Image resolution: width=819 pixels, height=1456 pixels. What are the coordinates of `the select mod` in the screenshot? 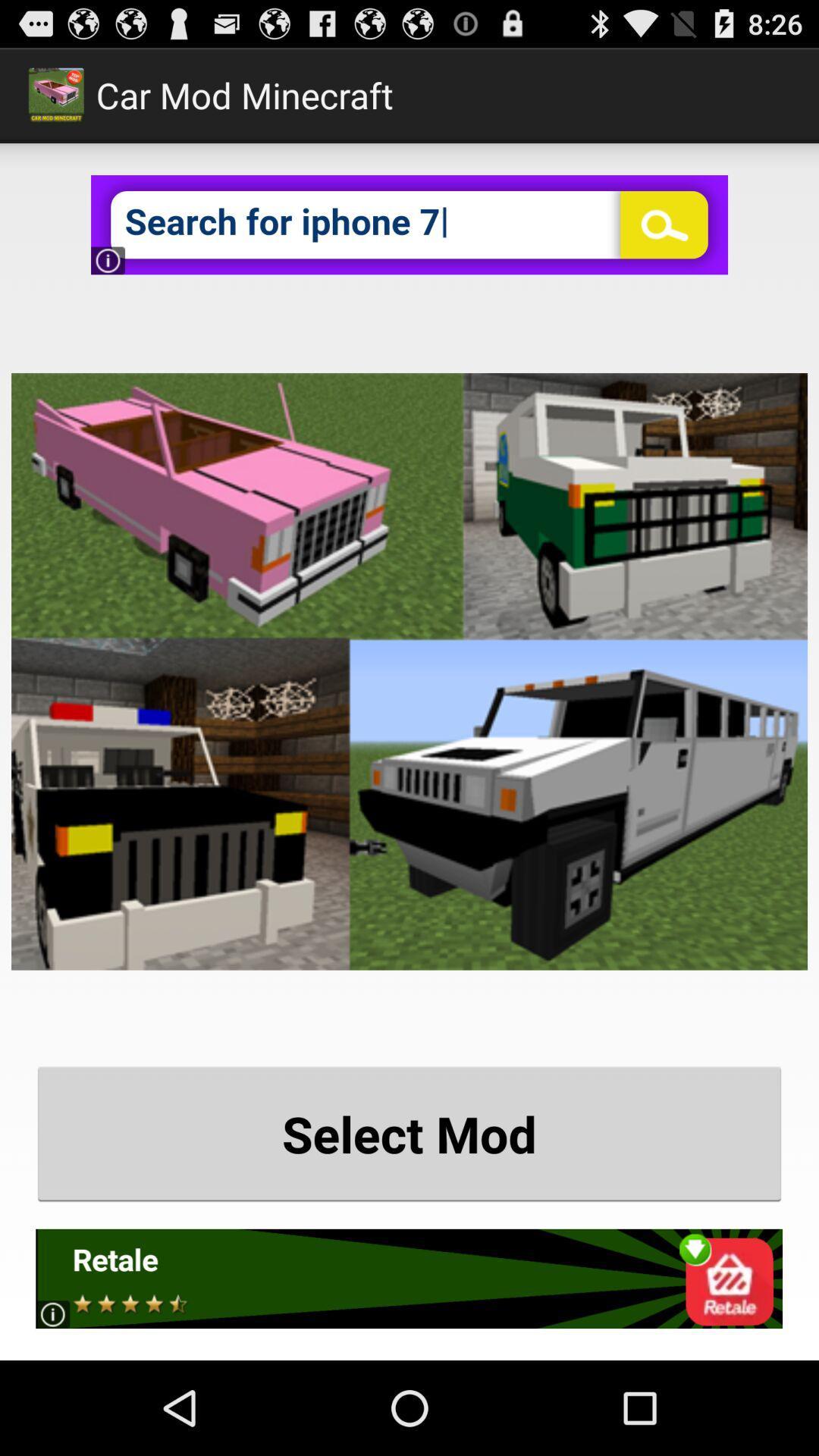 It's located at (409, 1134).